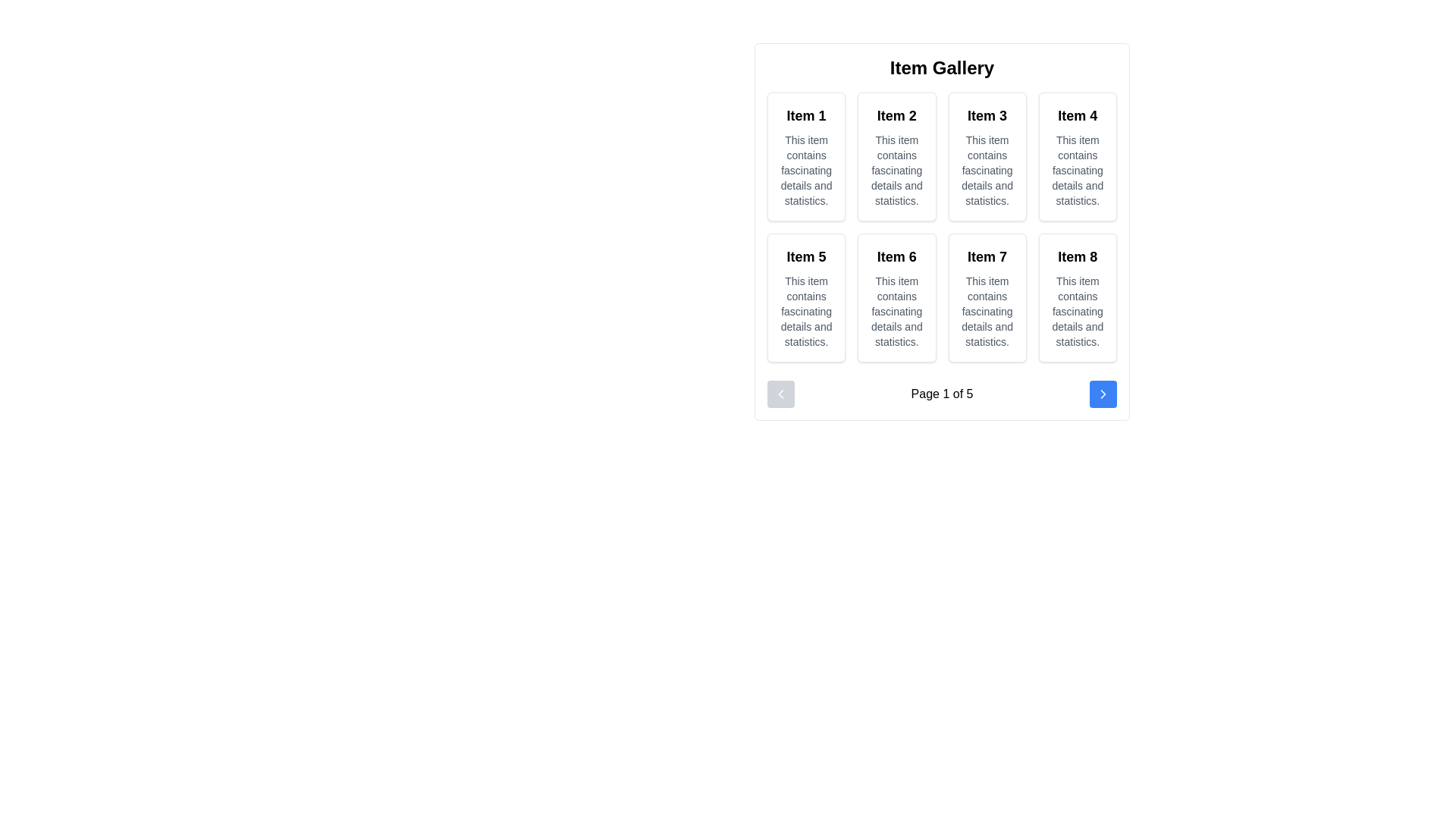  Describe the element at coordinates (1103, 394) in the screenshot. I see `the right-pointing arrow icon in the pagination control section` at that location.